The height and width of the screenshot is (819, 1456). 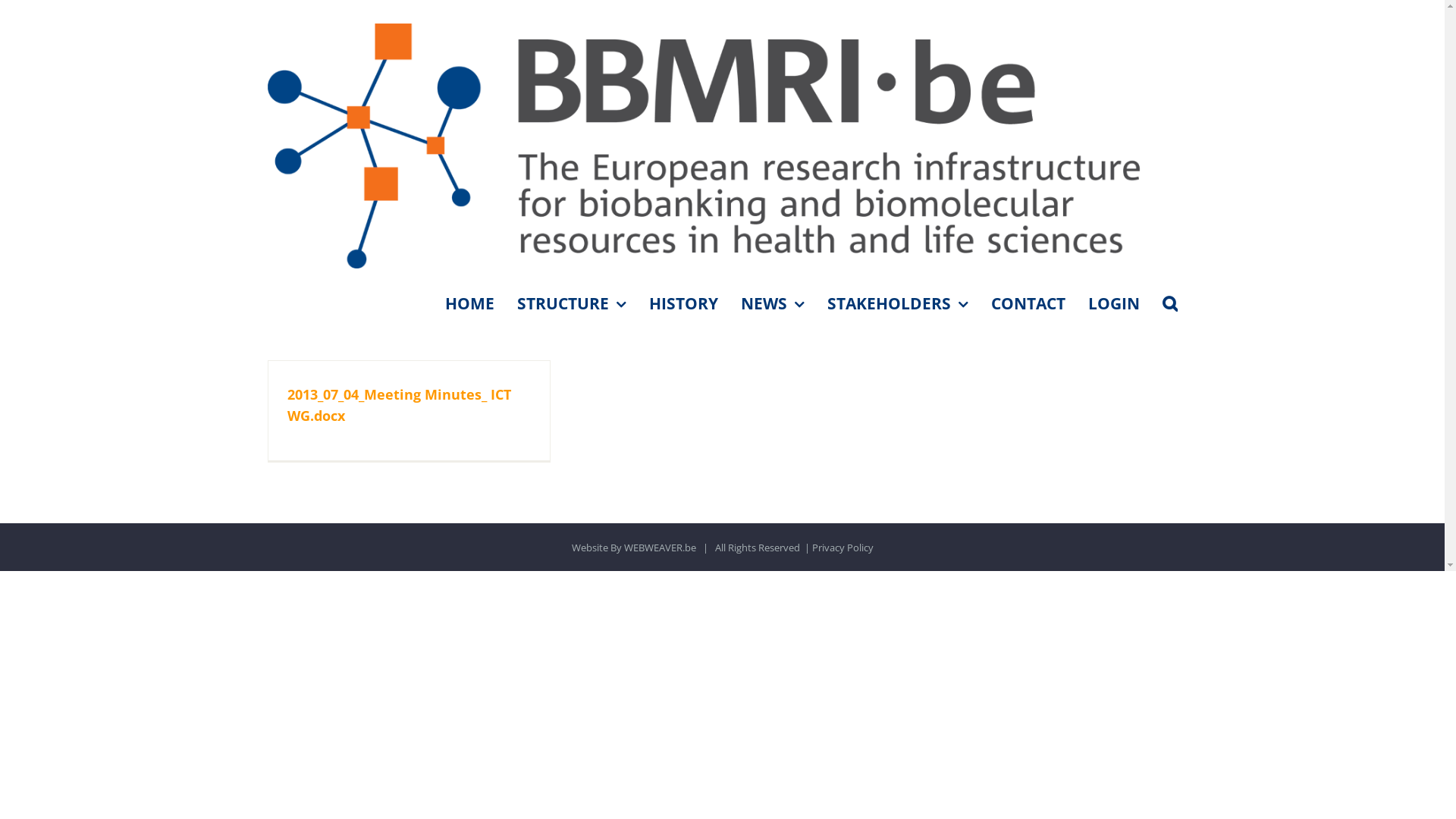 I want to click on 'LOGIN', so click(x=1113, y=303).